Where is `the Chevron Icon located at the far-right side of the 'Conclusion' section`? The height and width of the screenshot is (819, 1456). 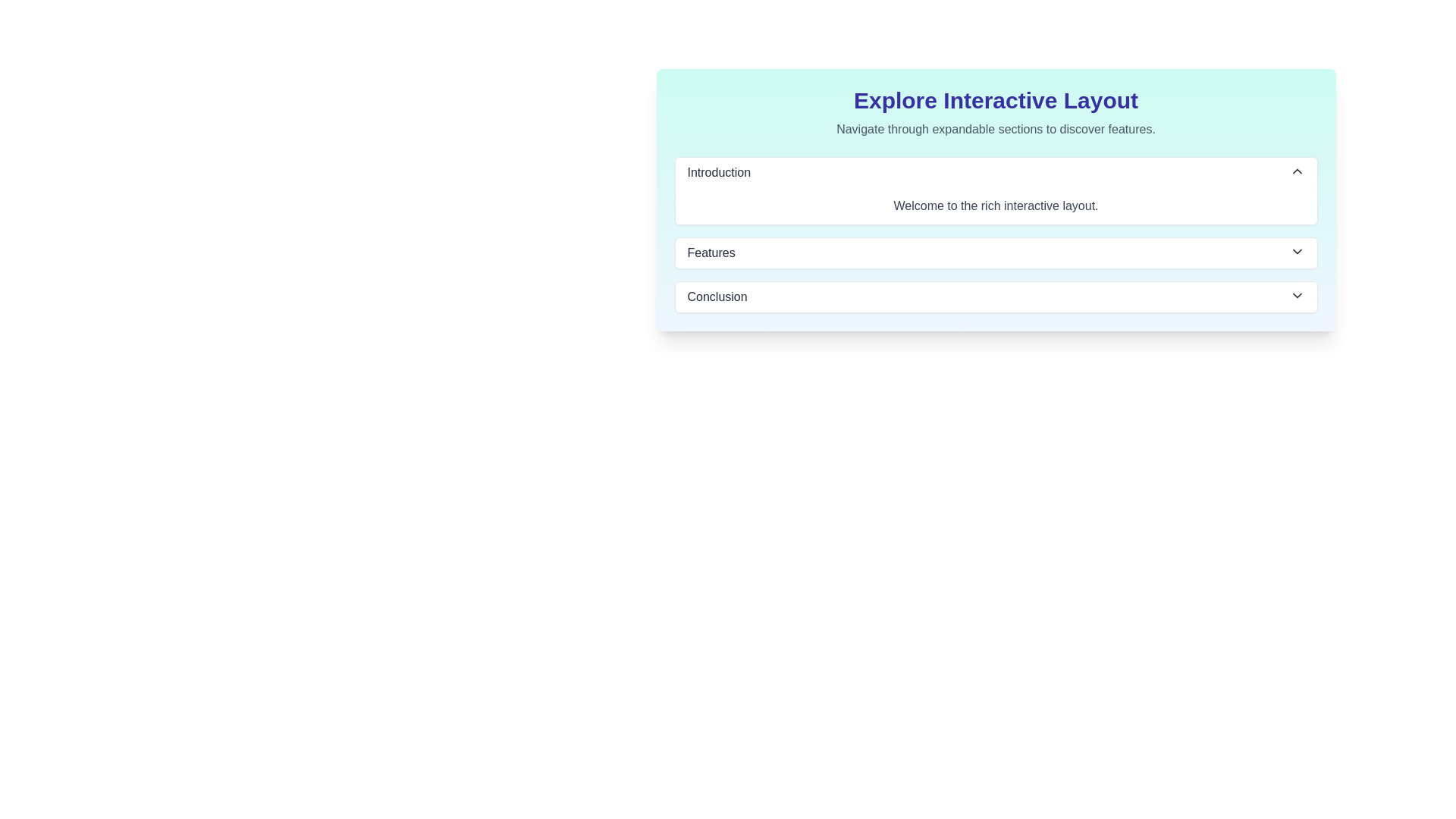 the Chevron Icon located at the far-right side of the 'Conclusion' section is located at coordinates (1296, 295).